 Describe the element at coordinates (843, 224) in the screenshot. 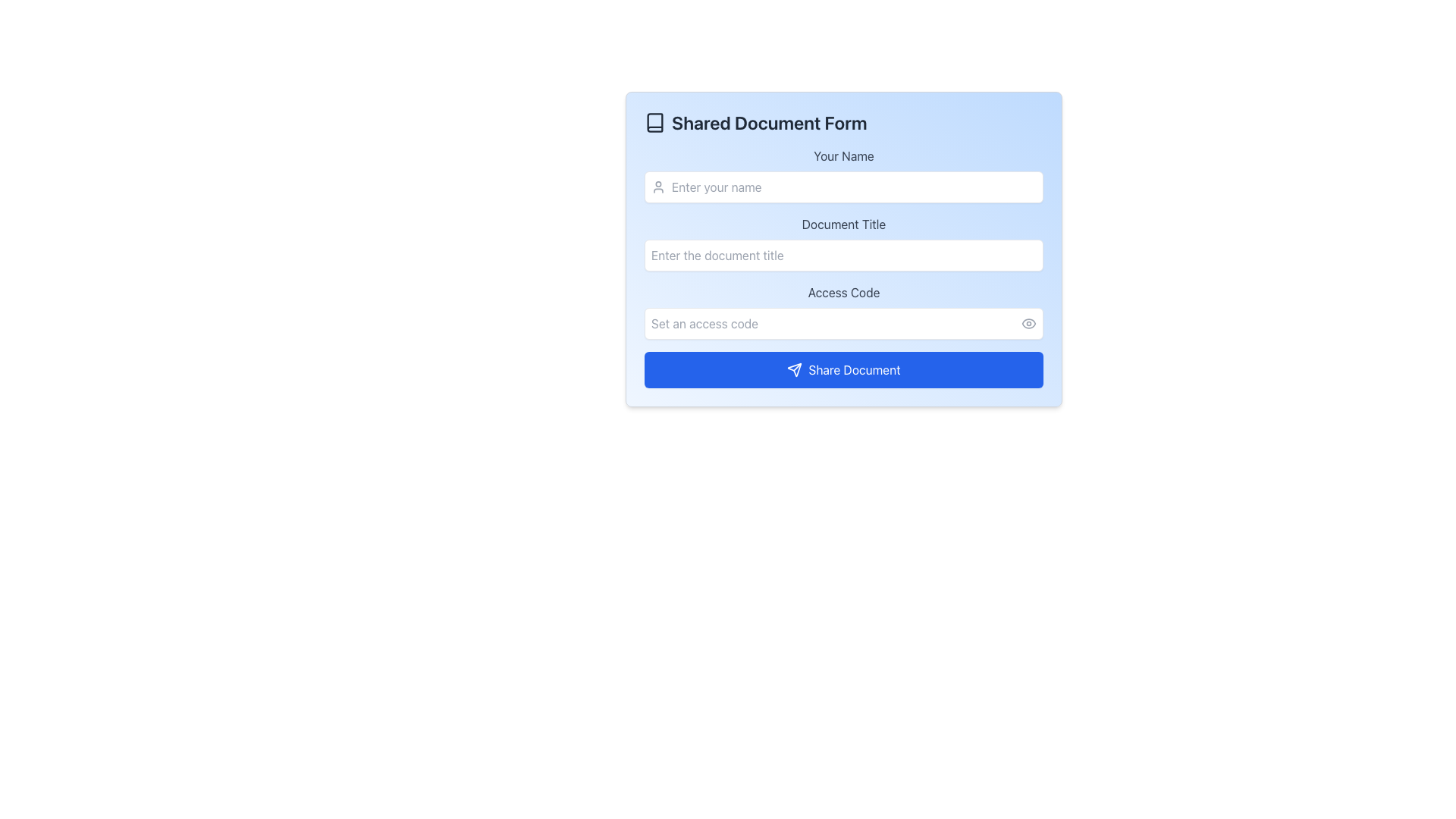

I see `the text label that reads 'Document Title', which is styled in gray color and positioned centrally within a blue-shaded form, located above the input field for document title` at that location.